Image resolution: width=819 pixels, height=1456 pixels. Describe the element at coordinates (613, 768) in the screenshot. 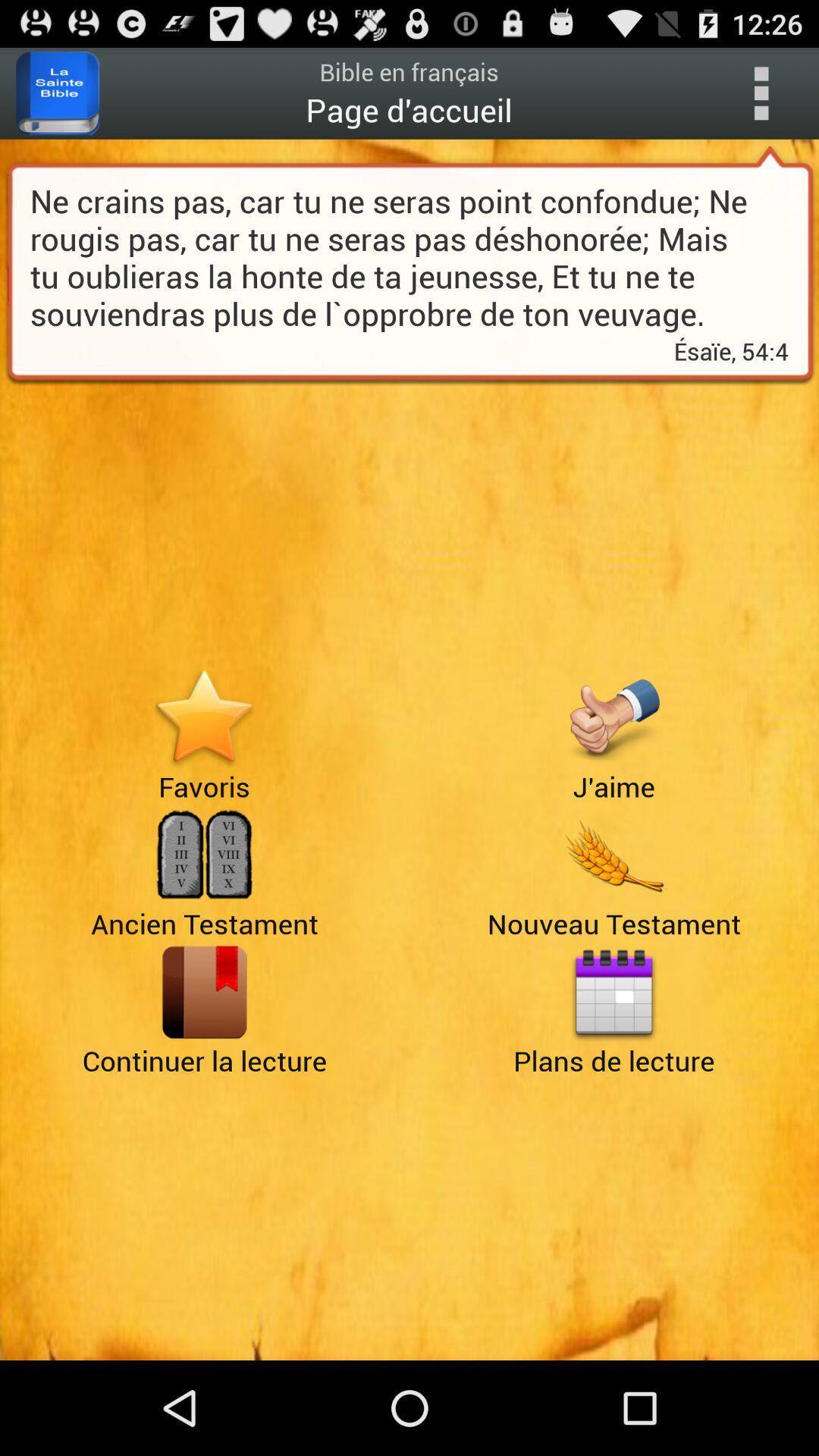

I see `the thumbs_up icon` at that location.